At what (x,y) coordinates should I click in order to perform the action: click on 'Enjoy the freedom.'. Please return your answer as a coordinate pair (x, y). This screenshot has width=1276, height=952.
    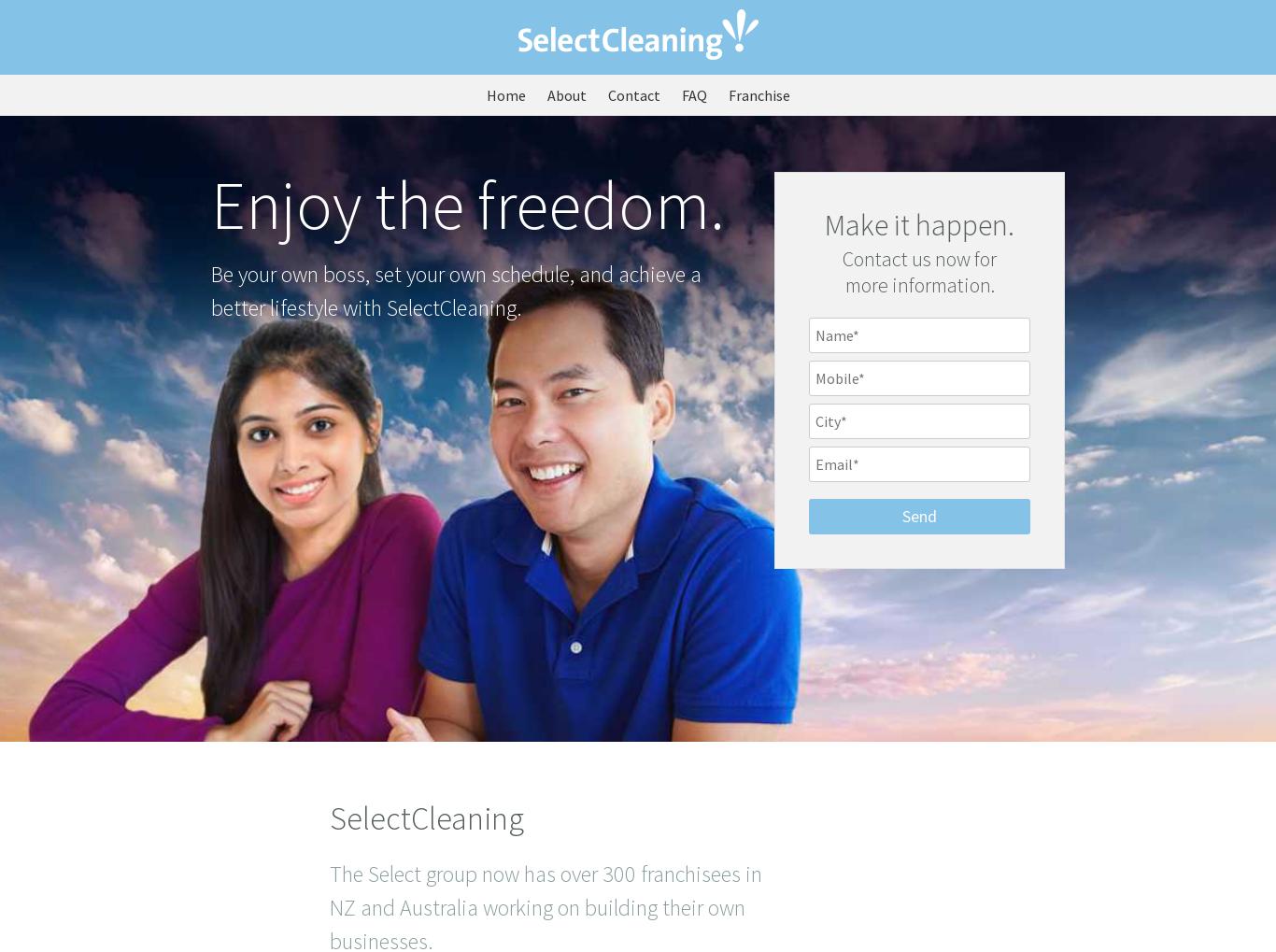
    Looking at the image, I should click on (466, 204).